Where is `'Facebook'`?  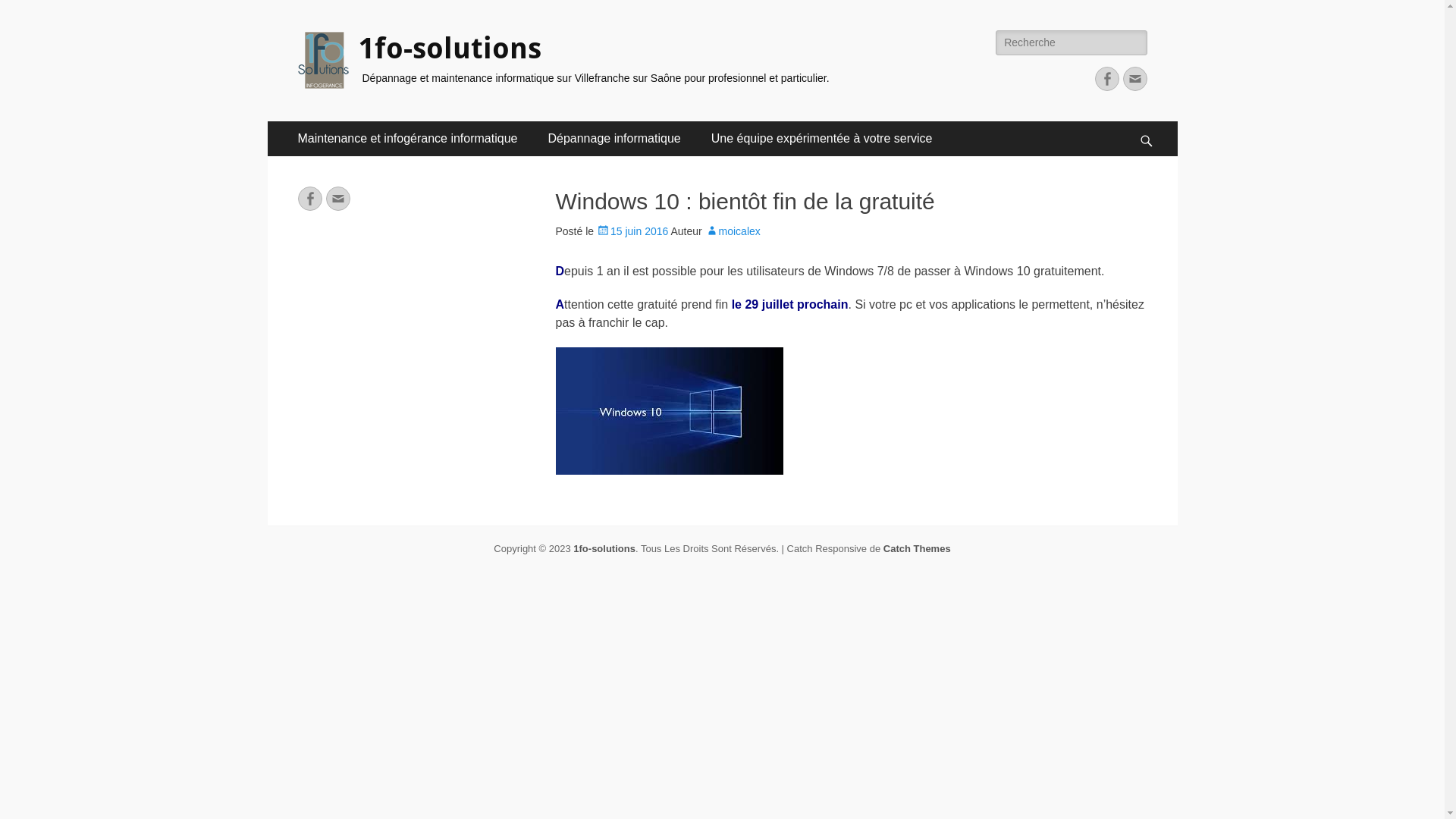
'Facebook' is located at coordinates (309, 198).